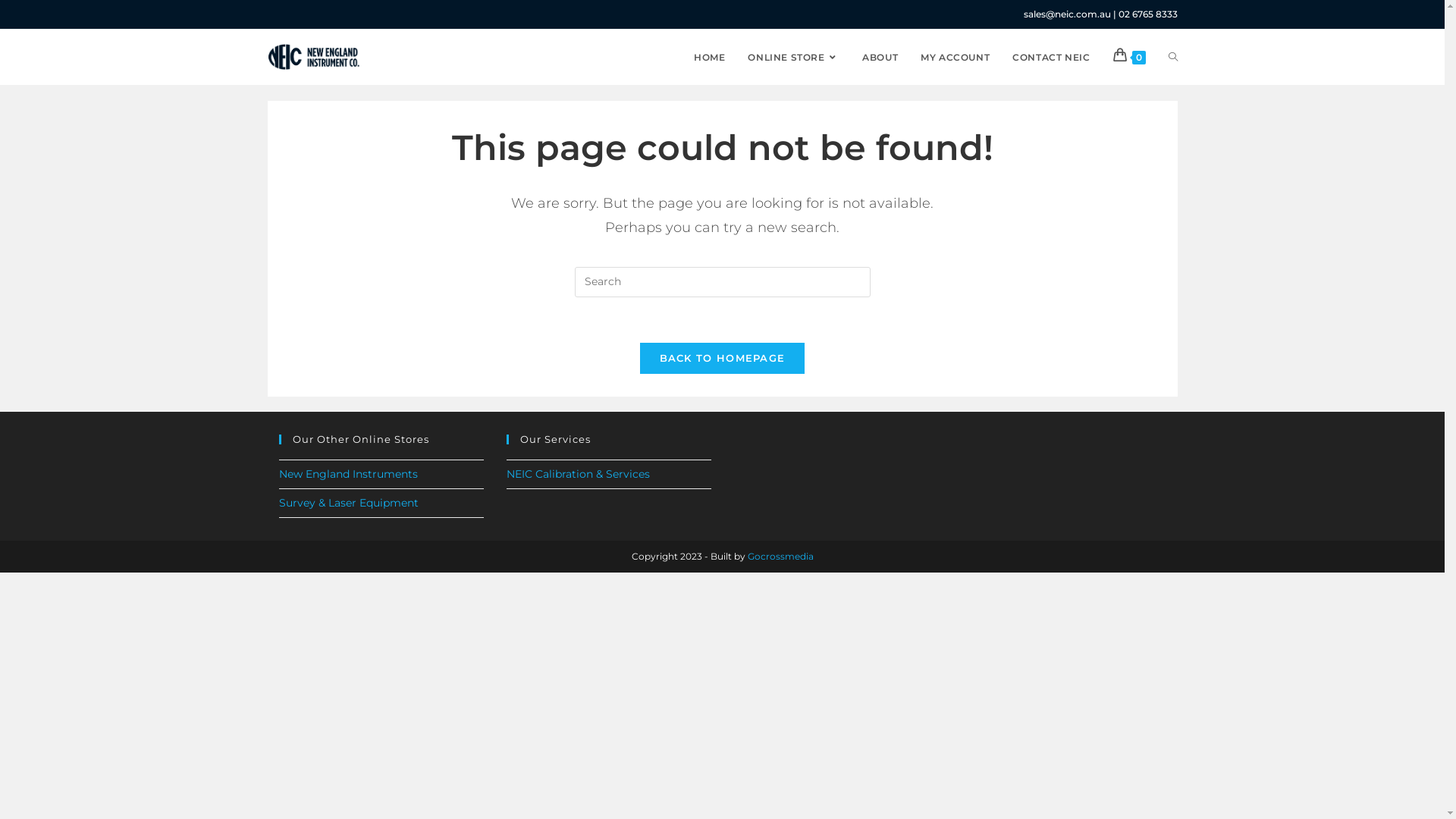  I want to click on 'ABOUT', so click(851, 56).